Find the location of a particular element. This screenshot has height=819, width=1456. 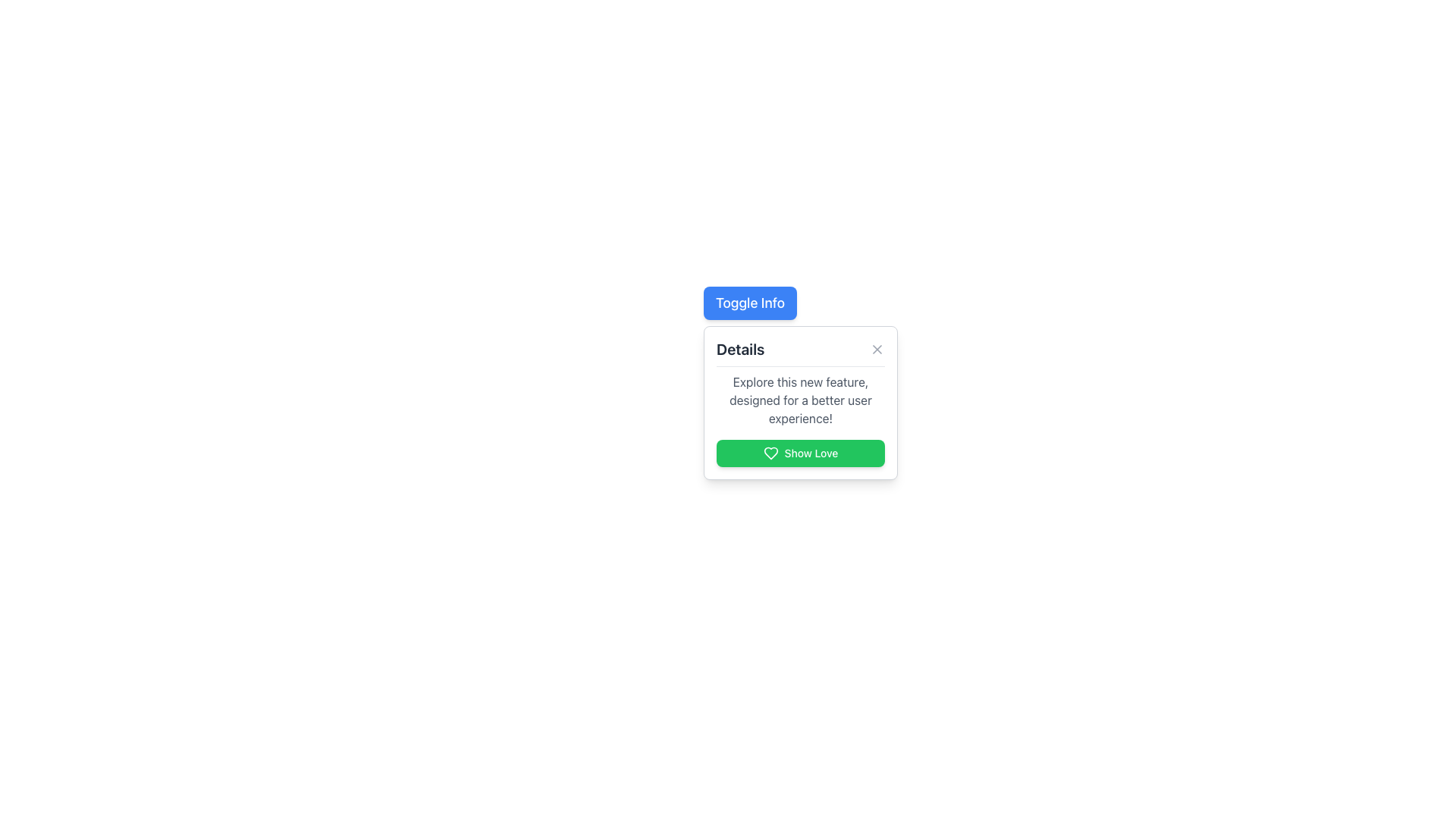

the text displaying 'Explore this new feature, designed for a better user experience!' which is centered within a white card and located above the 'Show Love' button is located at coordinates (800, 400).